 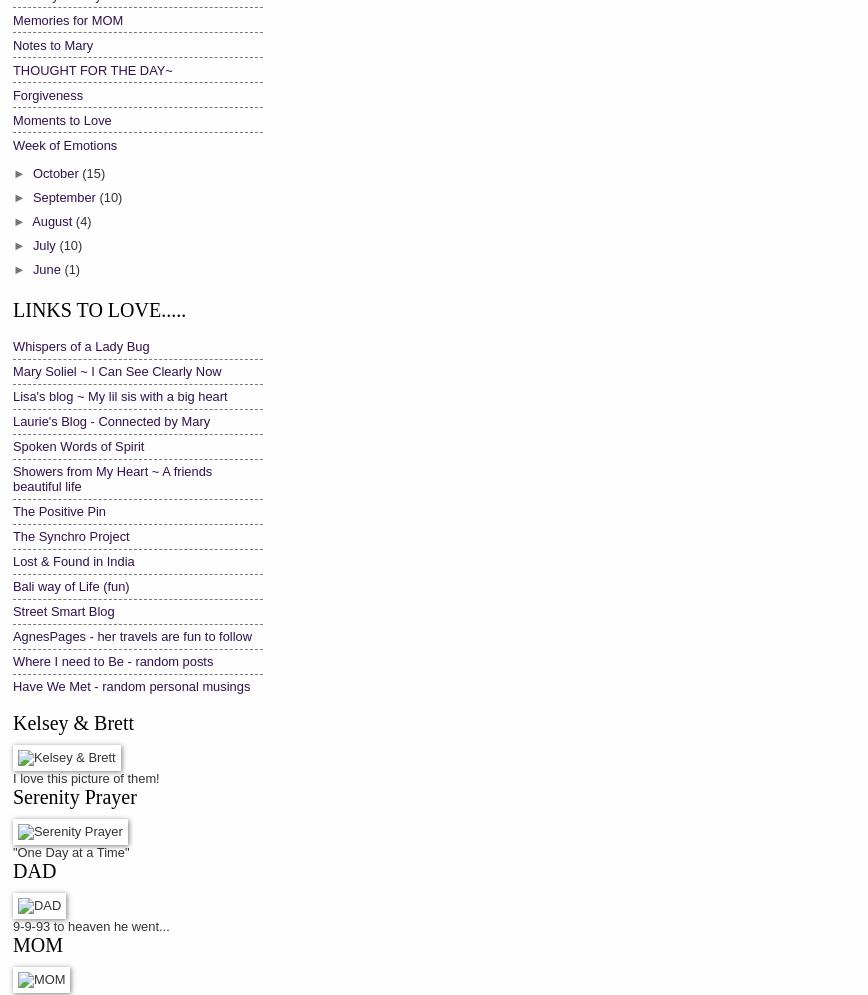 I want to click on 'July', so click(x=45, y=245).